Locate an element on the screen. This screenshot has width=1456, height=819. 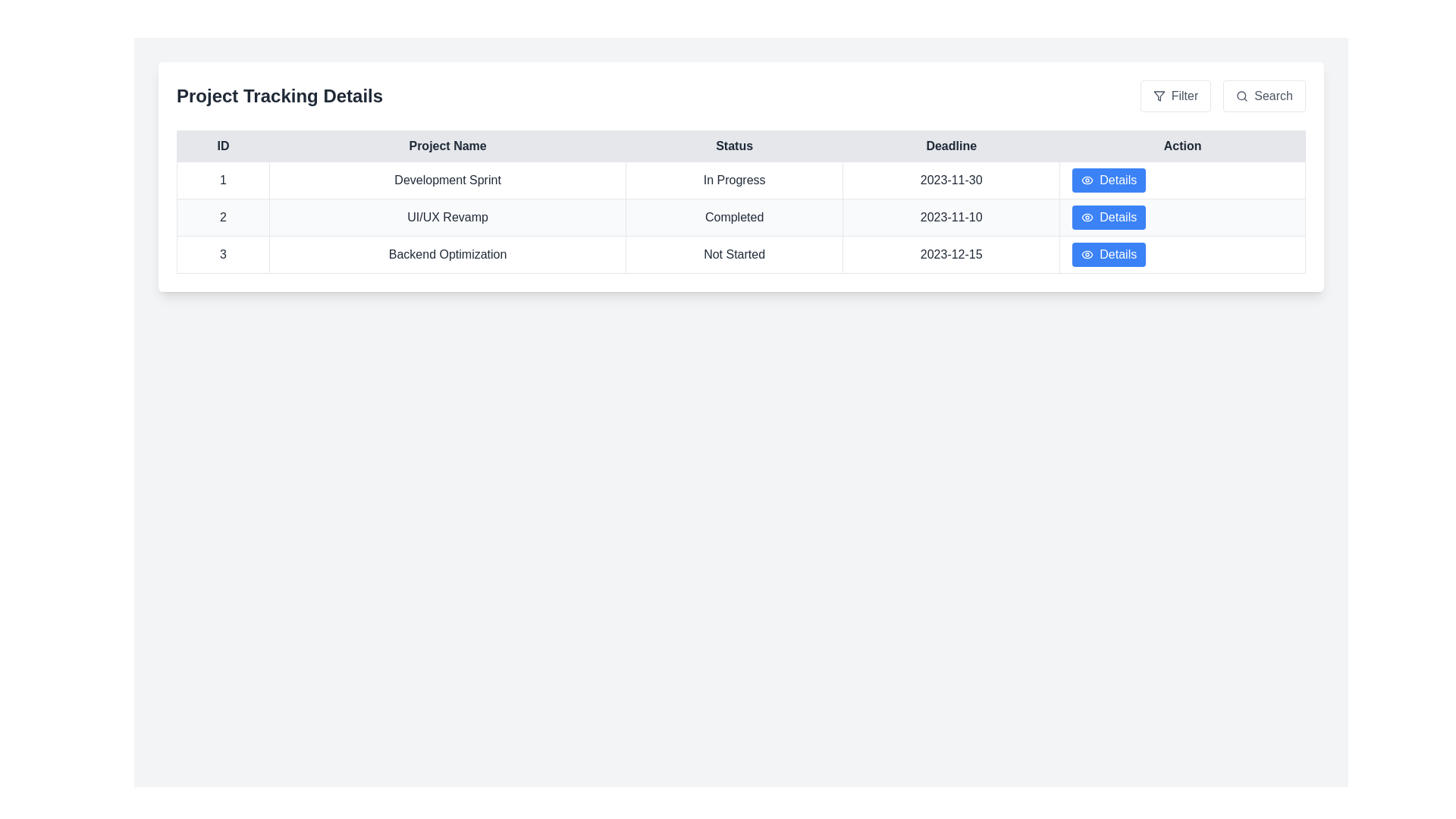
the static text label that serves as the numeric identifier for the 'UI/UX Revamp' project in the first column of the second row within the 'Project Tracking Details' table is located at coordinates (222, 217).